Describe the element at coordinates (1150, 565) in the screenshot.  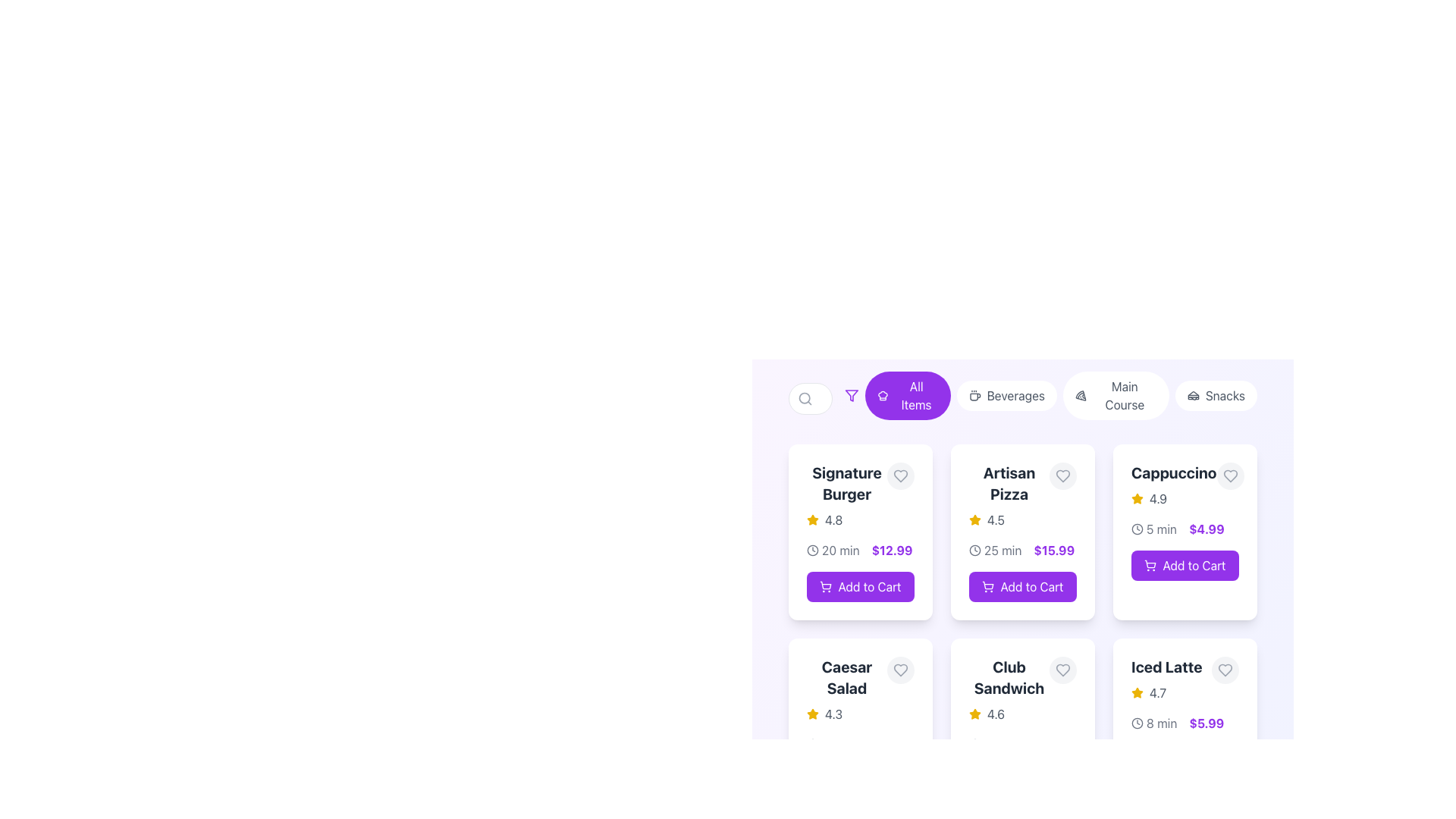
I see `the shopping cart icon within the 'Add to Cart' button, which has a purple background and is located at the bottom section of the 'Cappuccino' card` at that location.